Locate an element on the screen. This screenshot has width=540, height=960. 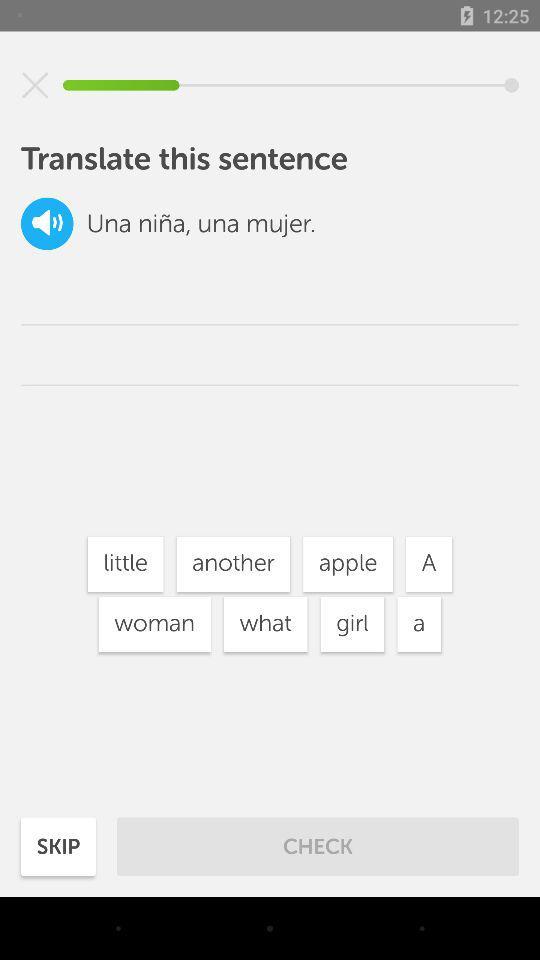
the volume icon is located at coordinates (47, 223).